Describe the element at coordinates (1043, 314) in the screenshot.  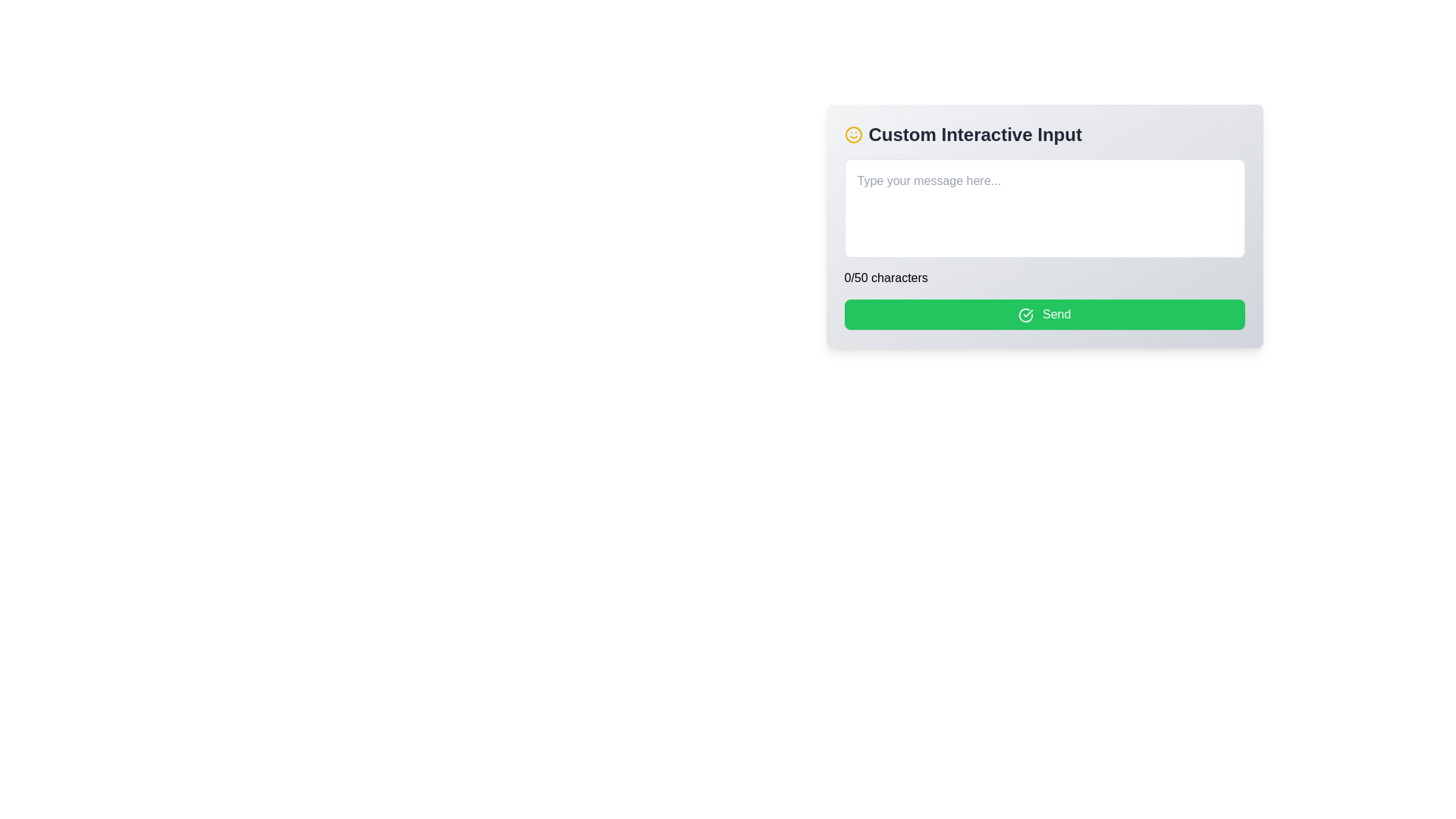
I see `the green 'Send' button with white text and a check icon to change its color` at that location.